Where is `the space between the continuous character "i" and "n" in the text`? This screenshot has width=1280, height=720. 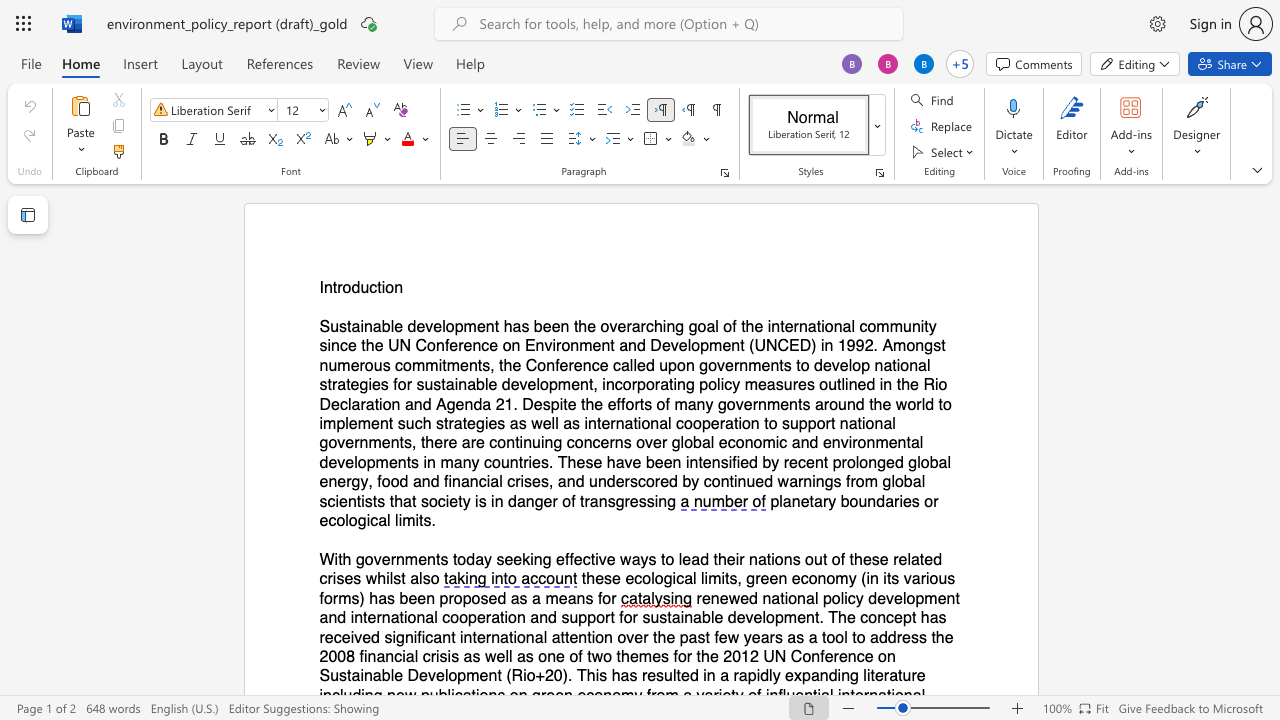 the space between the continuous character "i" and "n" in the text is located at coordinates (535, 559).